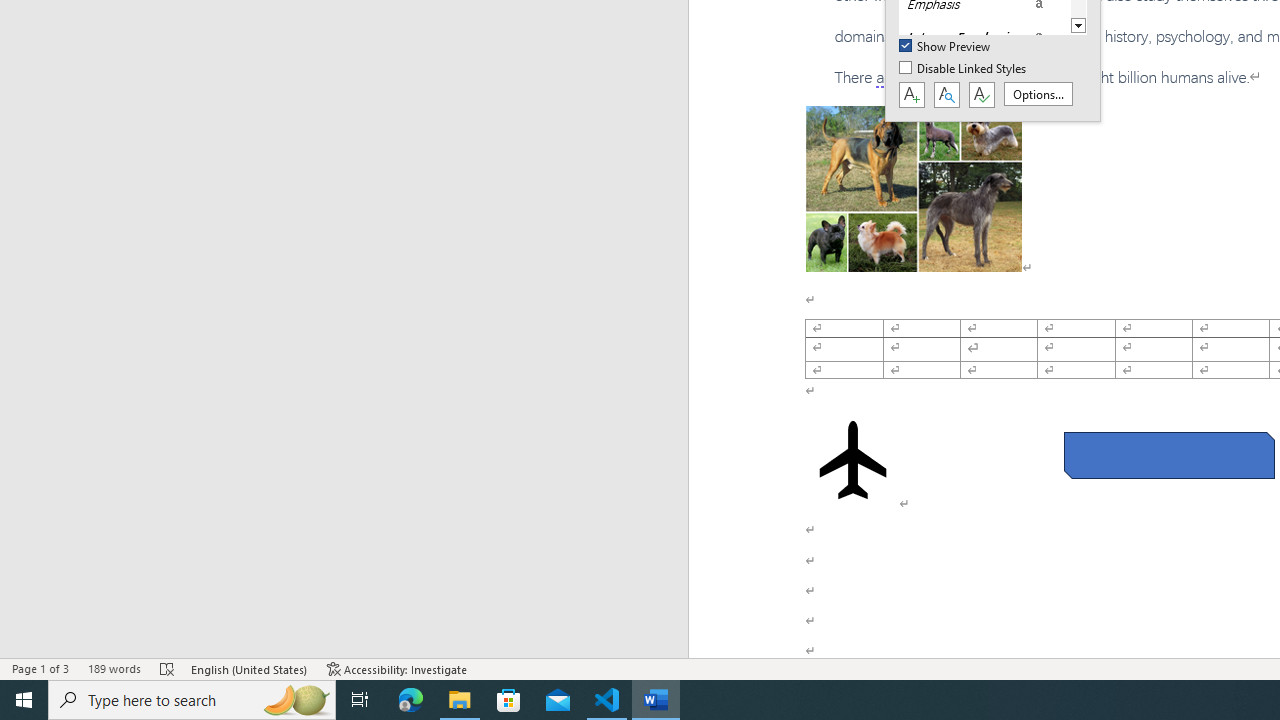 The width and height of the screenshot is (1280, 720). What do you see at coordinates (397, 669) in the screenshot?
I see `'Accessibility Checker Accessibility: Investigate'` at bounding box center [397, 669].